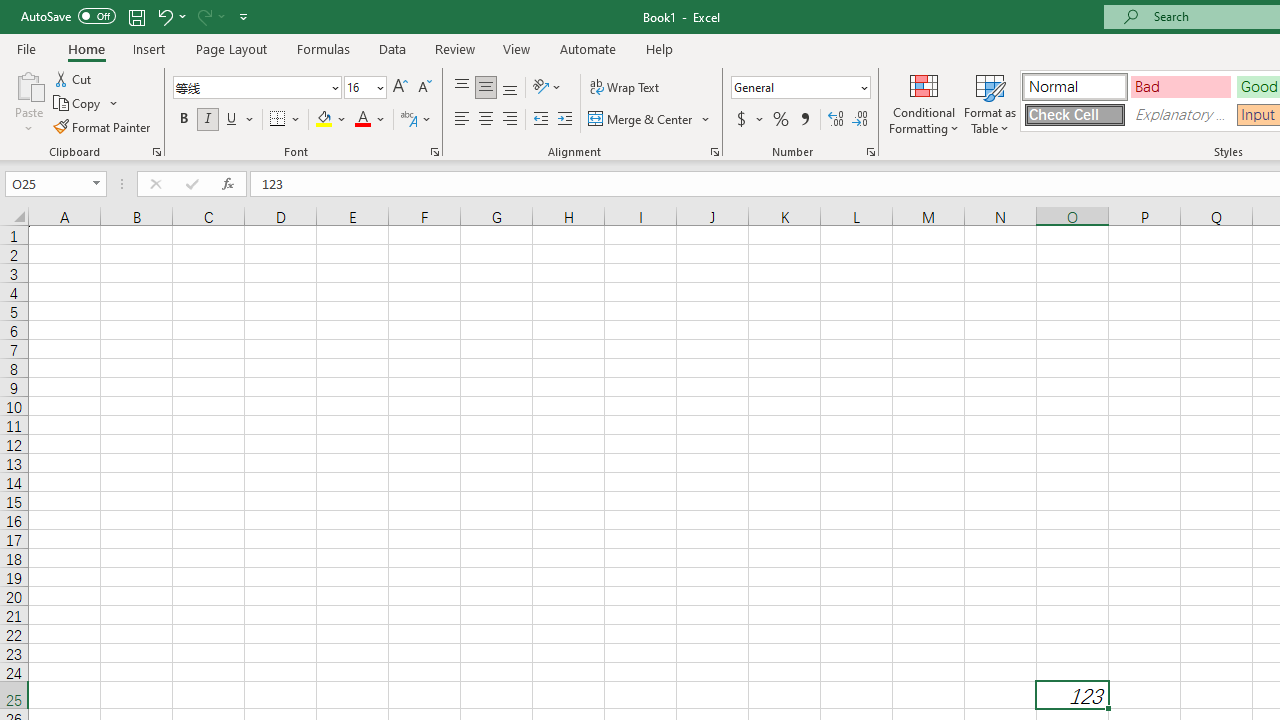 The height and width of the screenshot is (720, 1280). Describe the element at coordinates (85, 103) in the screenshot. I see `'Copy'` at that location.